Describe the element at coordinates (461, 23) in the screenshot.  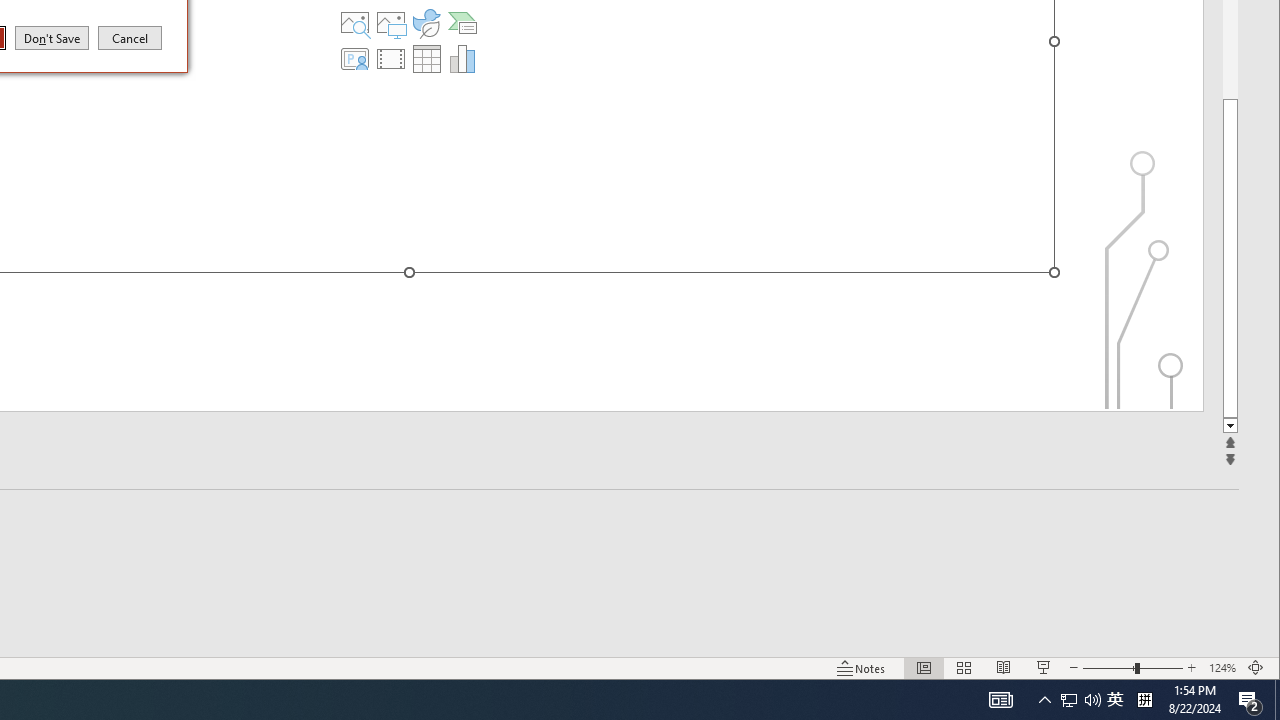
I see `'Insert a SmartArt Graphic'` at that location.